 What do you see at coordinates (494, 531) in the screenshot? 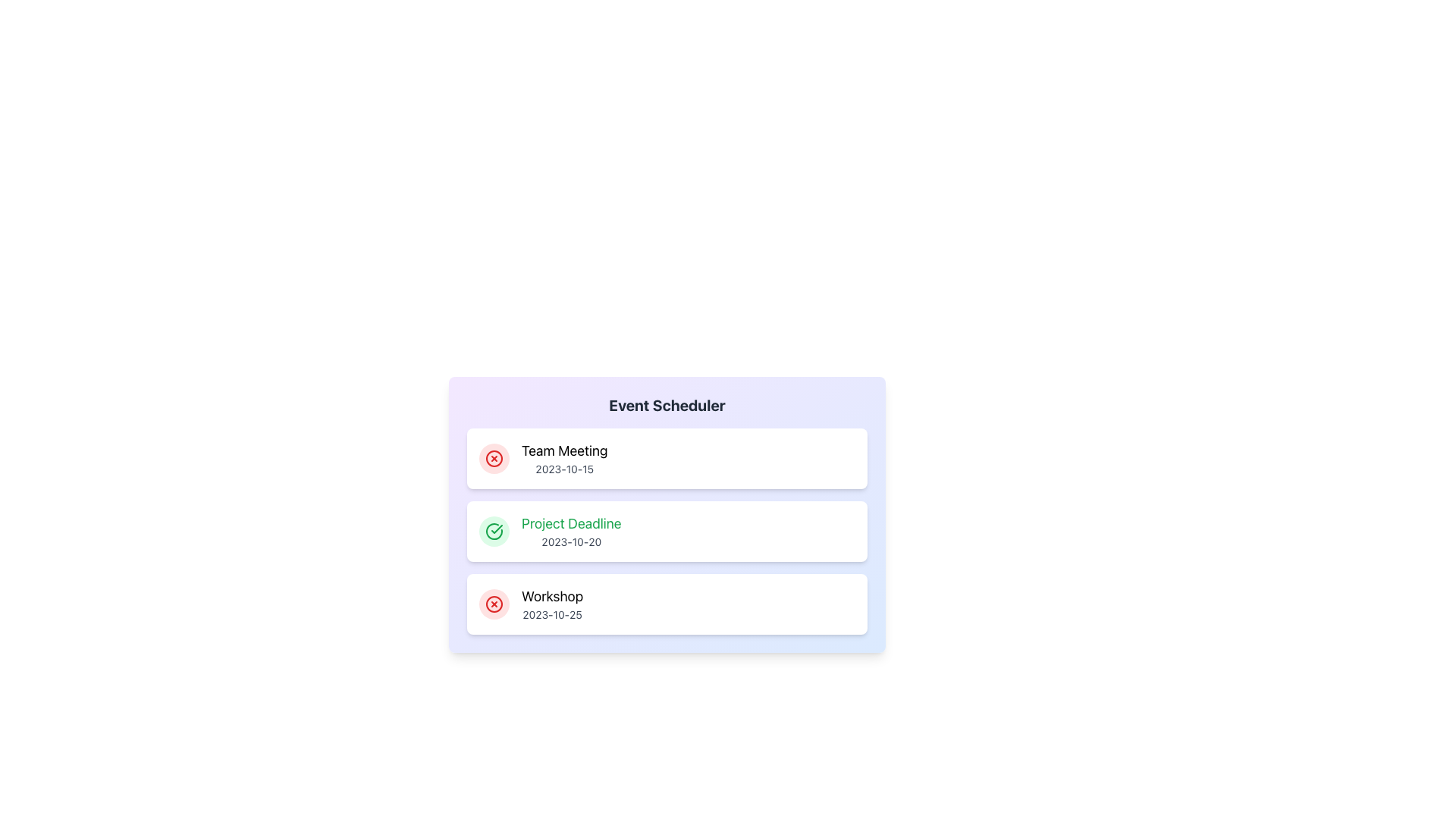
I see `the Circular Status Icon indicating the completion of the 'Project Deadline' task, which is visually distinct due to its green color and circular shape` at bounding box center [494, 531].